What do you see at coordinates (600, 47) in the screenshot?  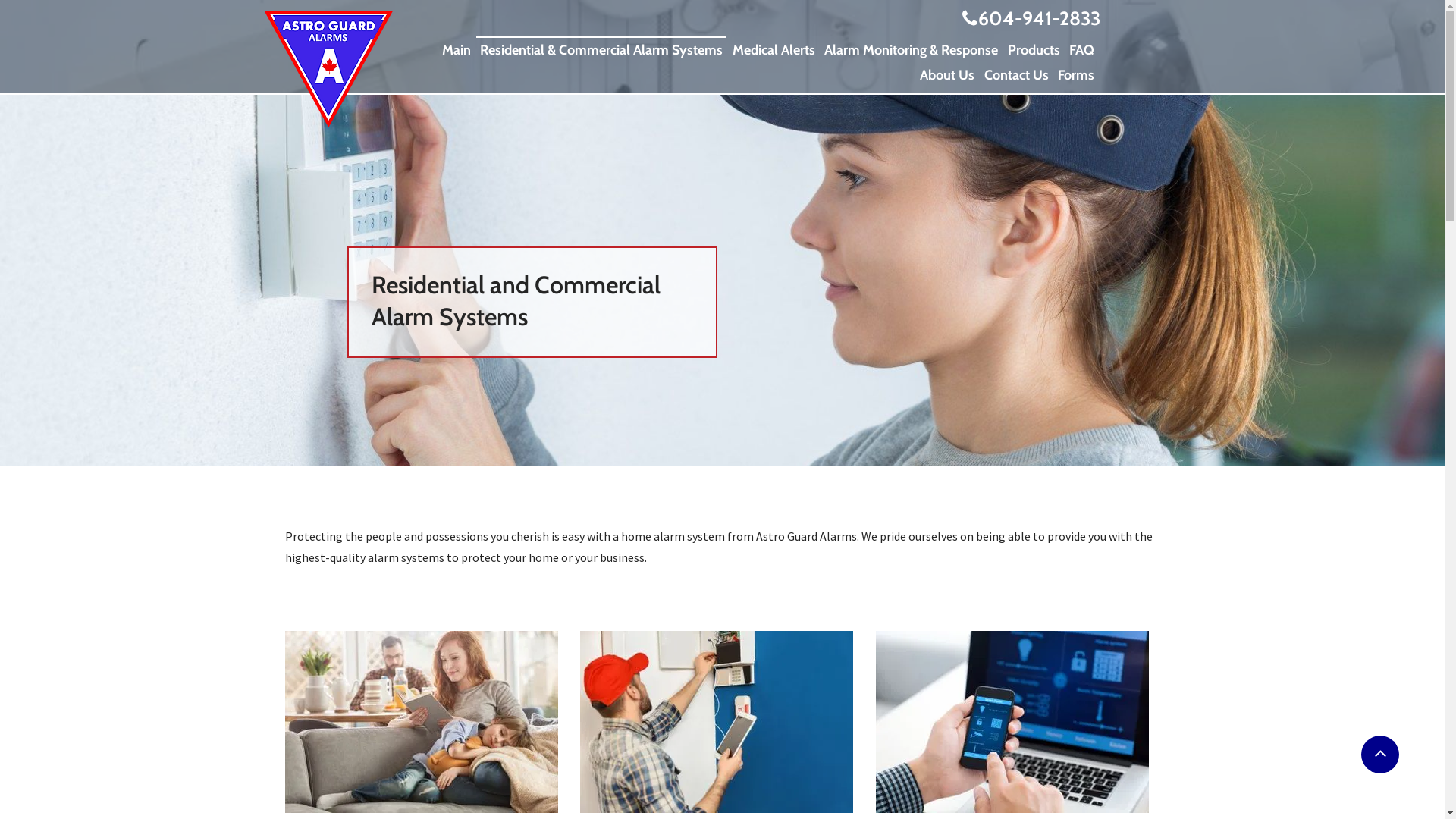 I see `'Residential & Commercial Alarm Systems'` at bounding box center [600, 47].